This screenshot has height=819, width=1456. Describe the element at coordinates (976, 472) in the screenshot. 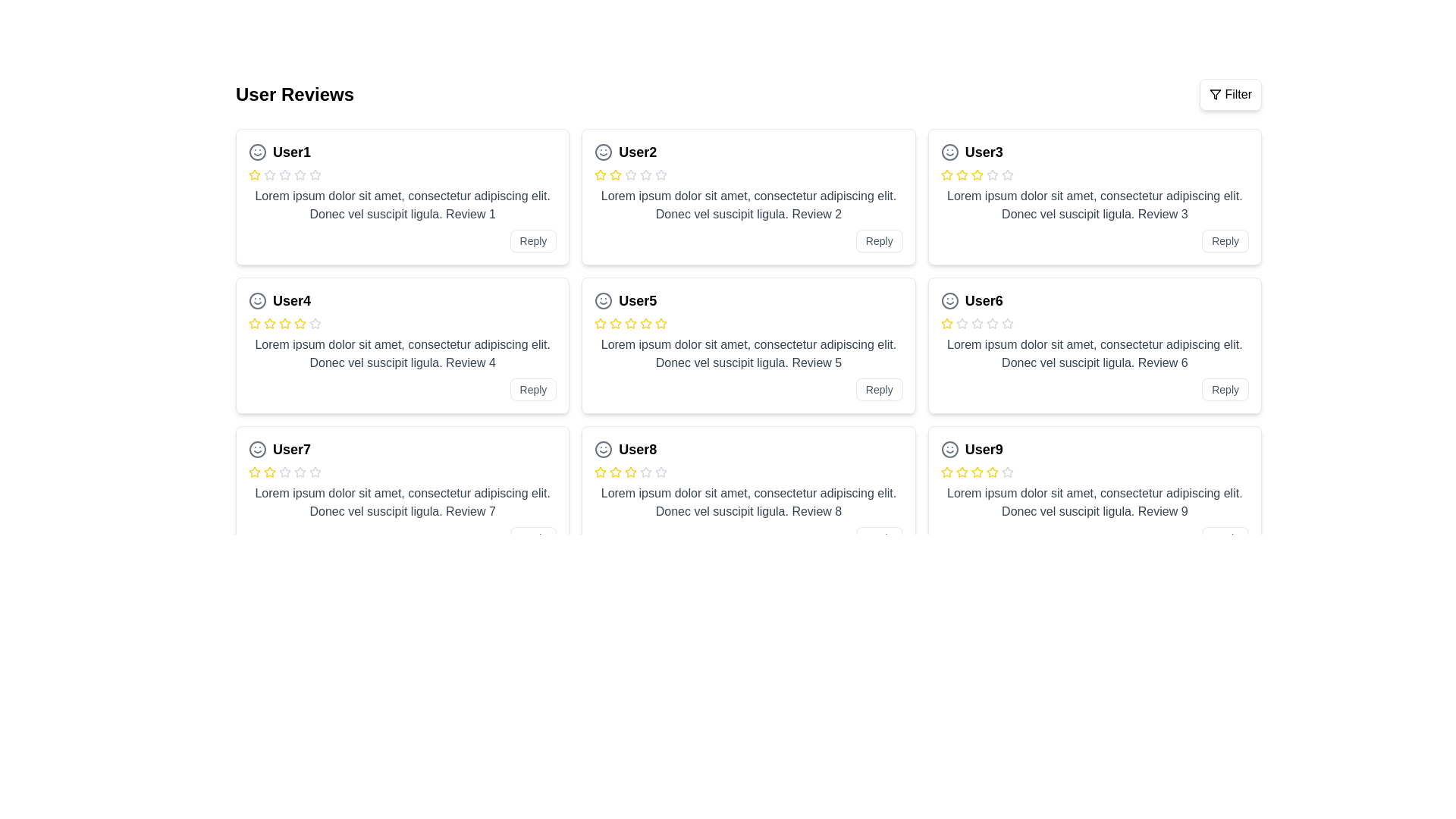

I see `the fifth star icon in the user rating system for User9 located in the bottom-right corner of the user reviews grid` at that location.